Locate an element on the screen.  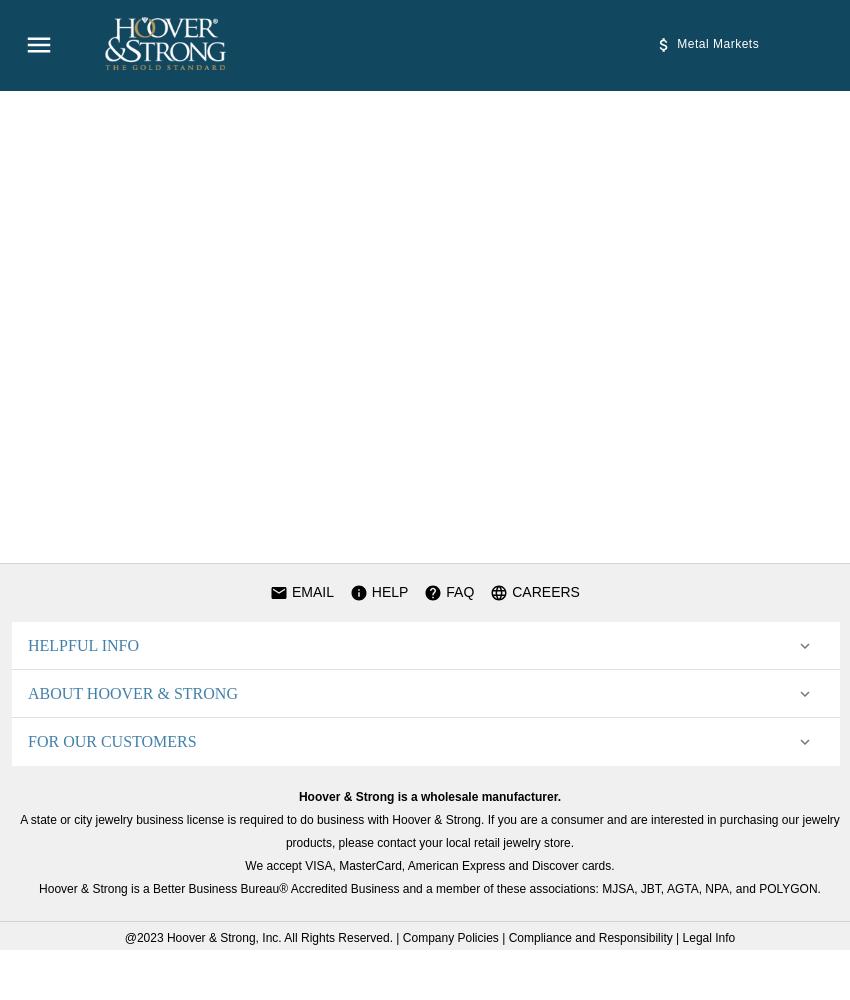
'CAREERS' is located at coordinates (542, 591).